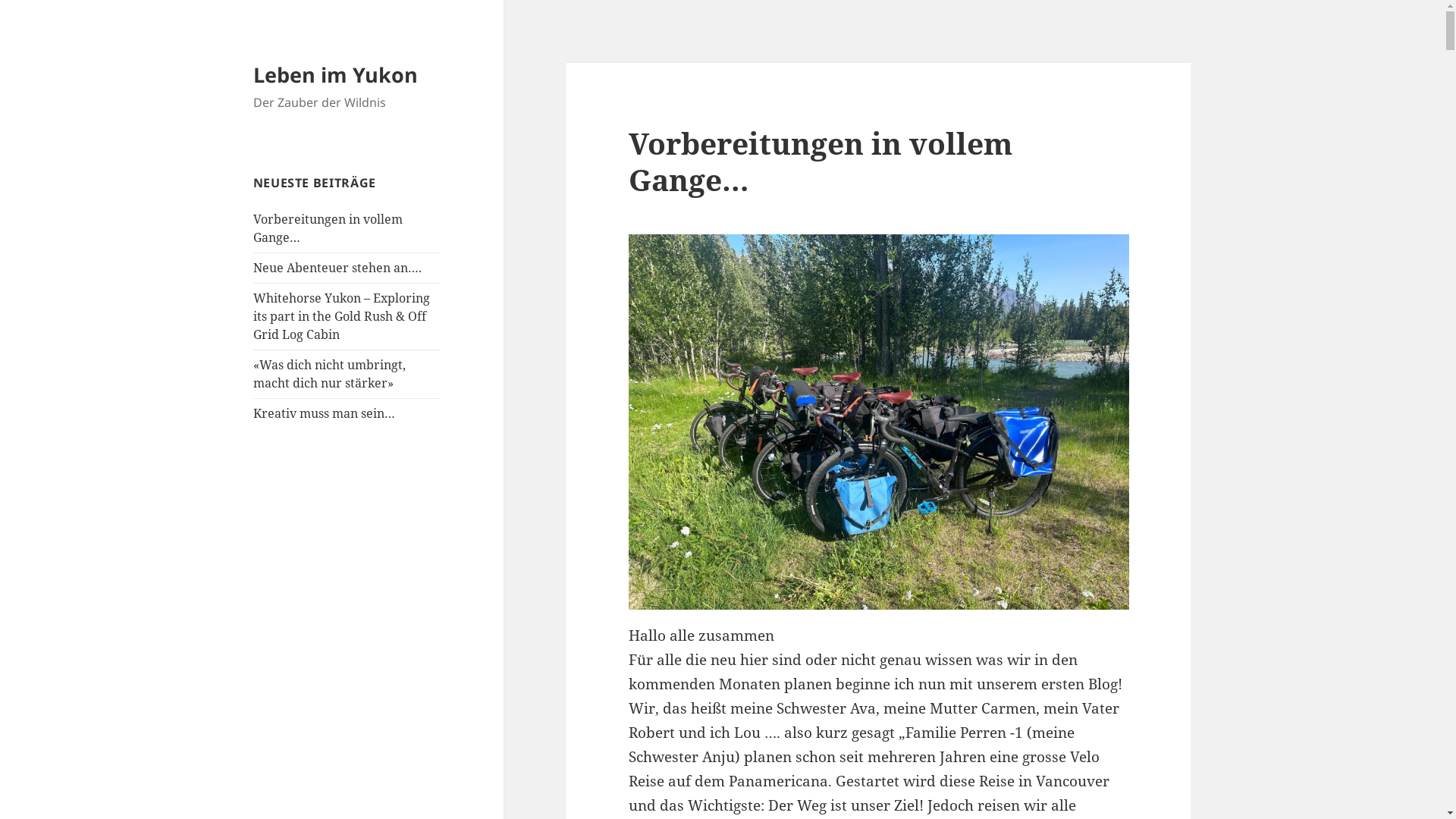 This screenshot has width=1456, height=819. What do you see at coordinates (334, 74) in the screenshot?
I see `'Leben im Yukon'` at bounding box center [334, 74].